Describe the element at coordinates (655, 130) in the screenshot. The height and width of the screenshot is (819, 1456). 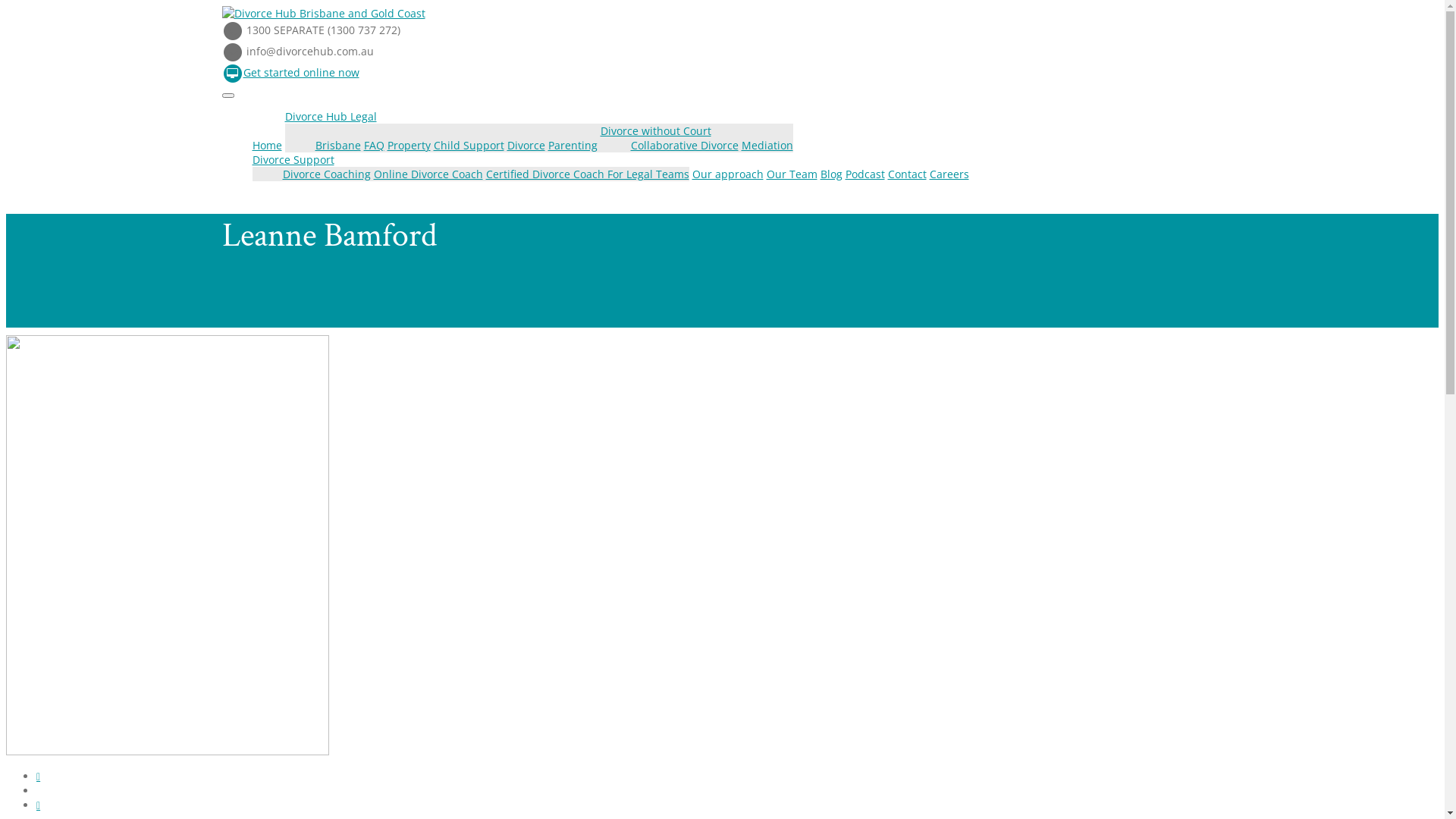
I see `'Divorce without Court'` at that location.